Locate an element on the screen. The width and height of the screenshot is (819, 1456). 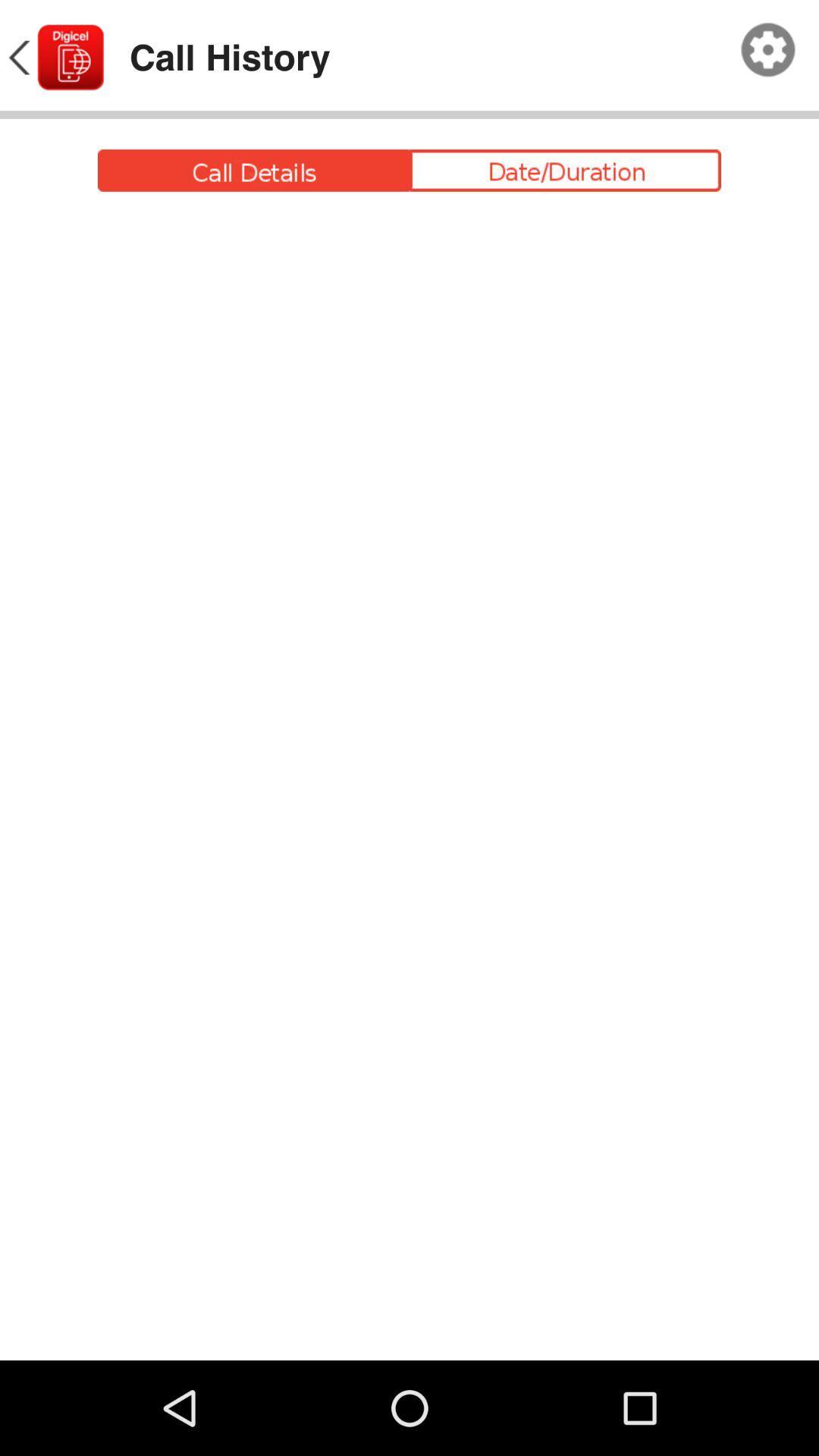
ok is located at coordinates (768, 50).